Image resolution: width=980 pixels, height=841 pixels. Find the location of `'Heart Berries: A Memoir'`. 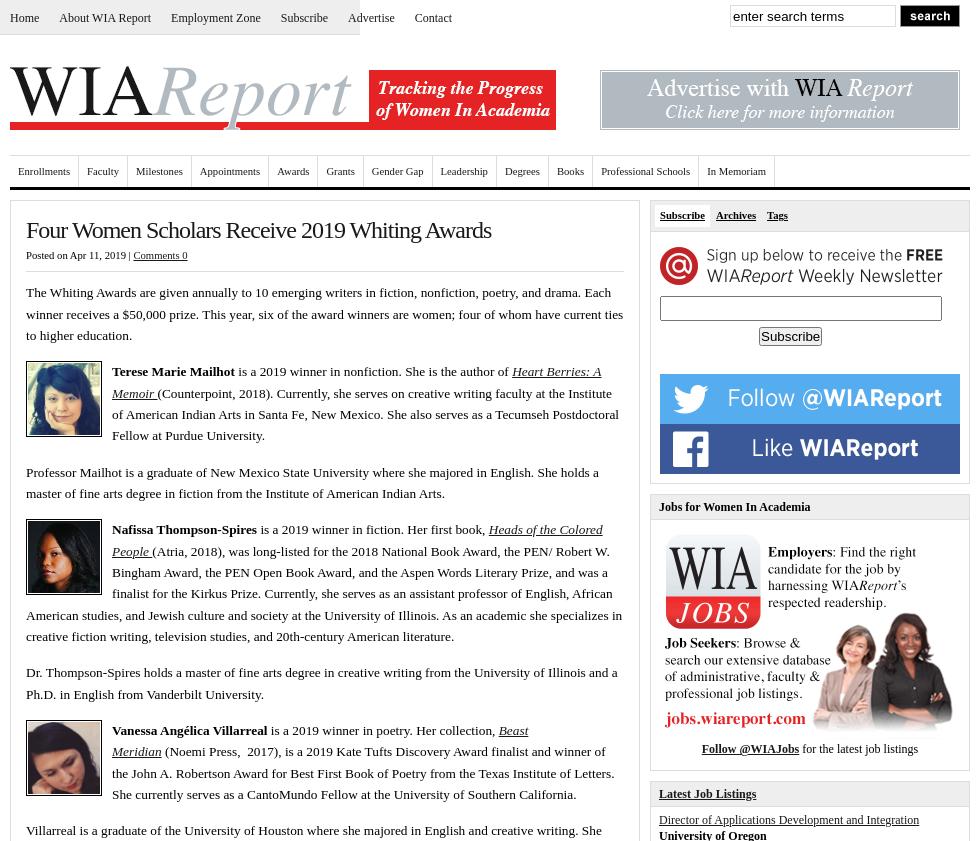

'Heart Berries: A Memoir' is located at coordinates (356, 380).